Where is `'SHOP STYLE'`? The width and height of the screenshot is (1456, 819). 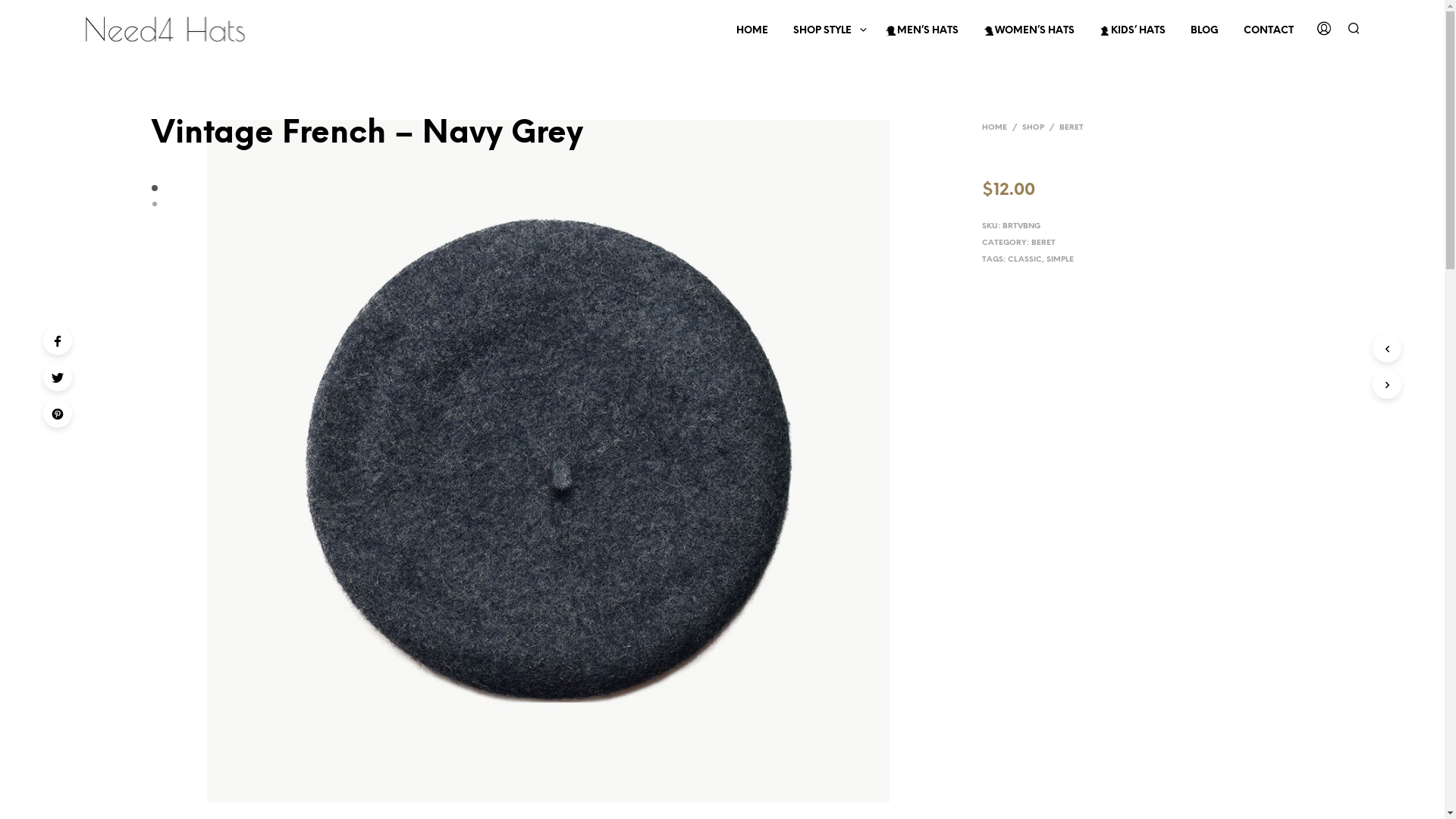
'SHOP STYLE' is located at coordinates (821, 31).